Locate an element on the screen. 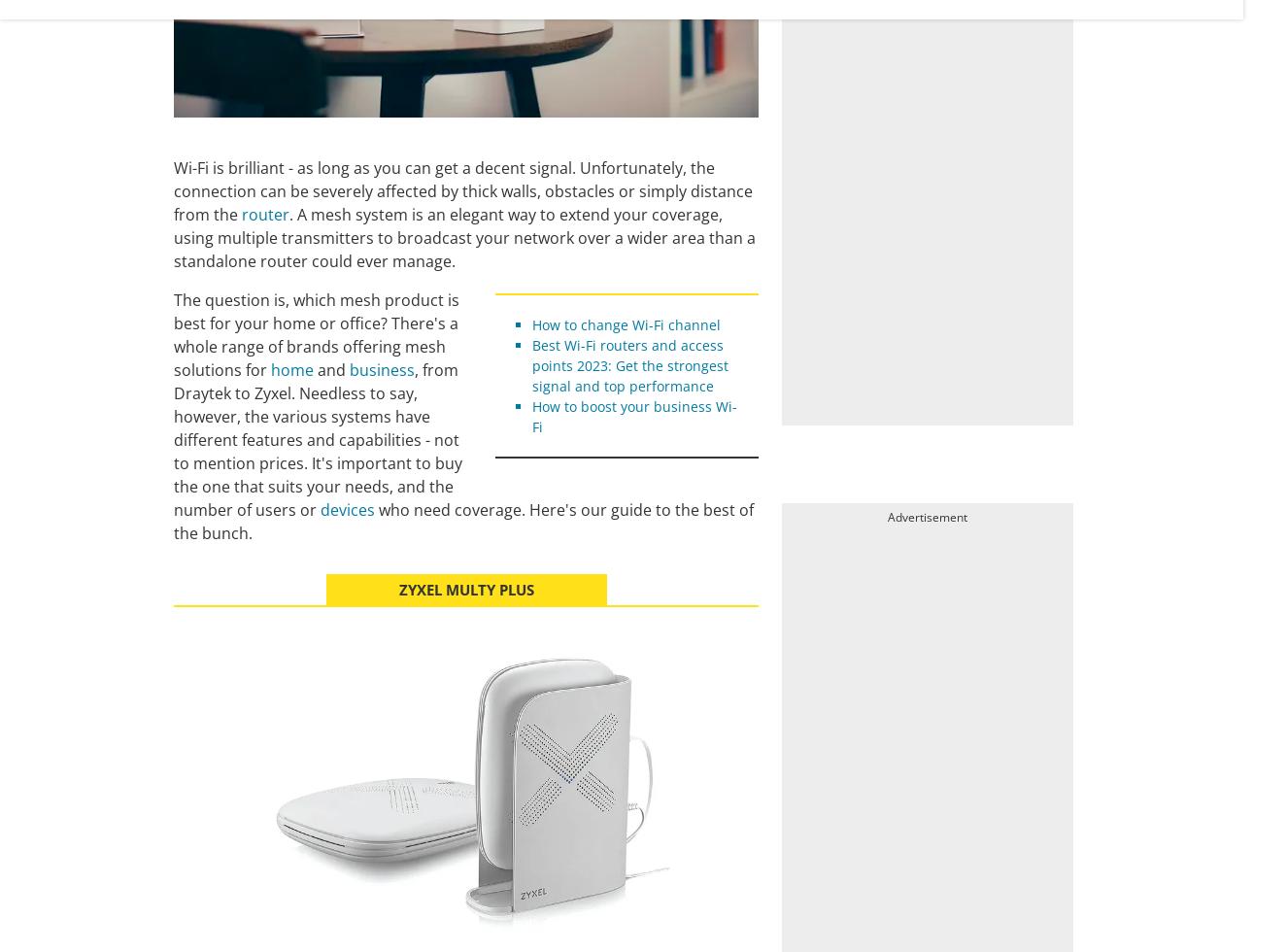  'and' is located at coordinates (313, 370).